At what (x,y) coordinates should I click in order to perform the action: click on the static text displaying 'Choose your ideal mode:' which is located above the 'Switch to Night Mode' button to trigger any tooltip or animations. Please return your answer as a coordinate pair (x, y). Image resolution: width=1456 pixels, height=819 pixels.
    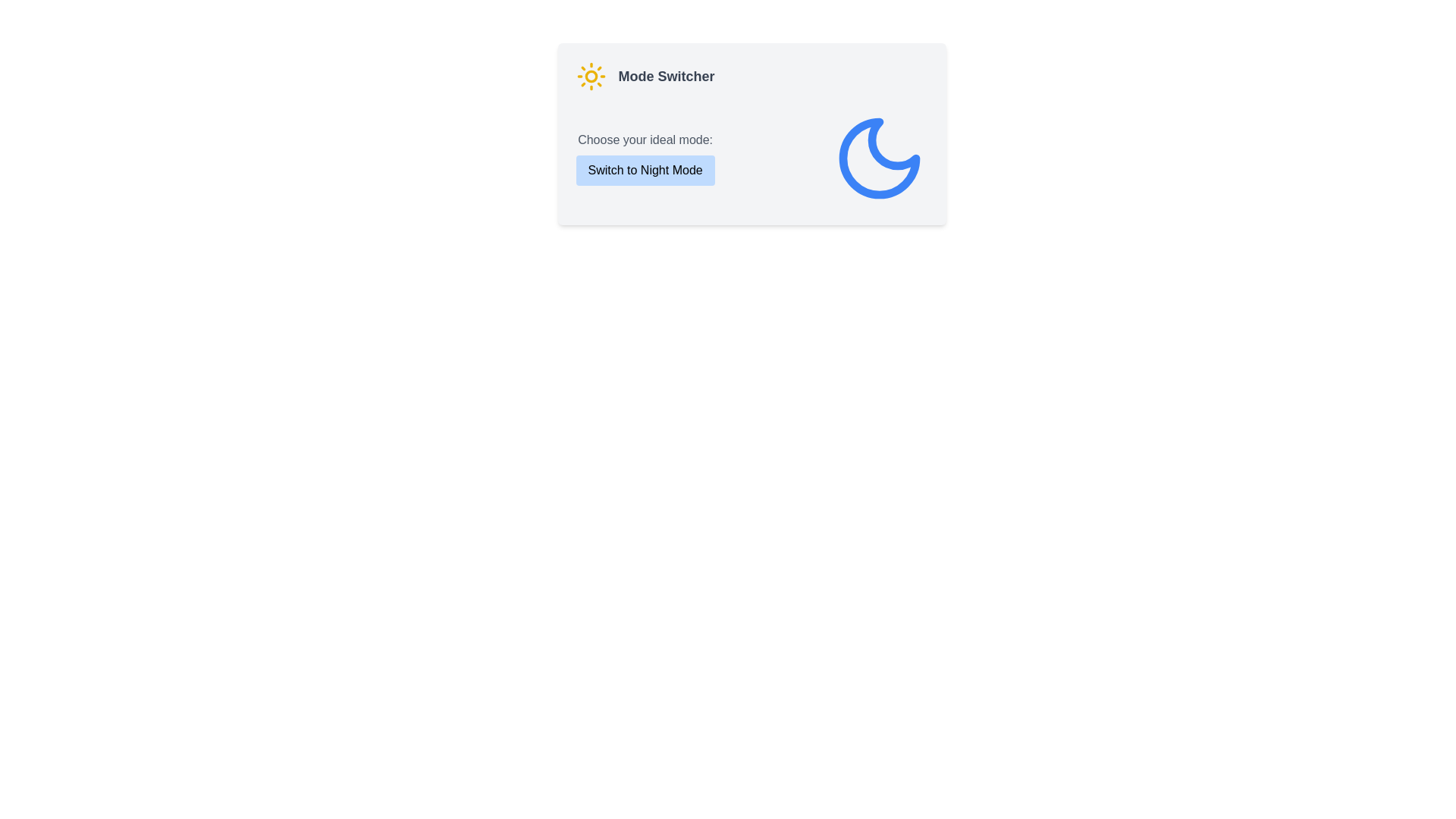
    Looking at the image, I should click on (645, 140).